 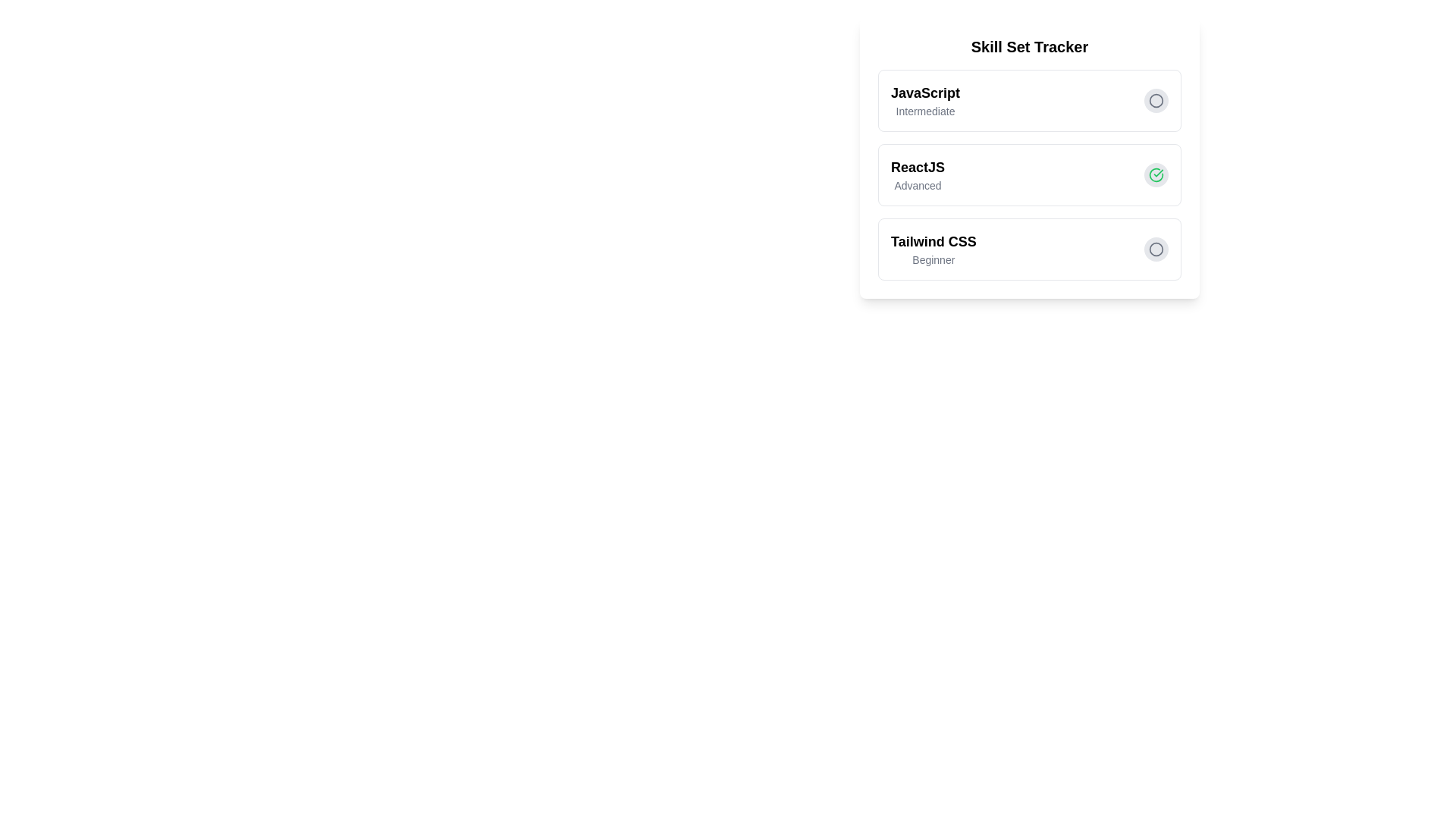 What do you see at coordinates (917, 185) in the screenshot?
I see `the static text display indicating the proficiency level of the skill 'ReactJS', which shows 'Advanced'` at bounding box center [917, 185].